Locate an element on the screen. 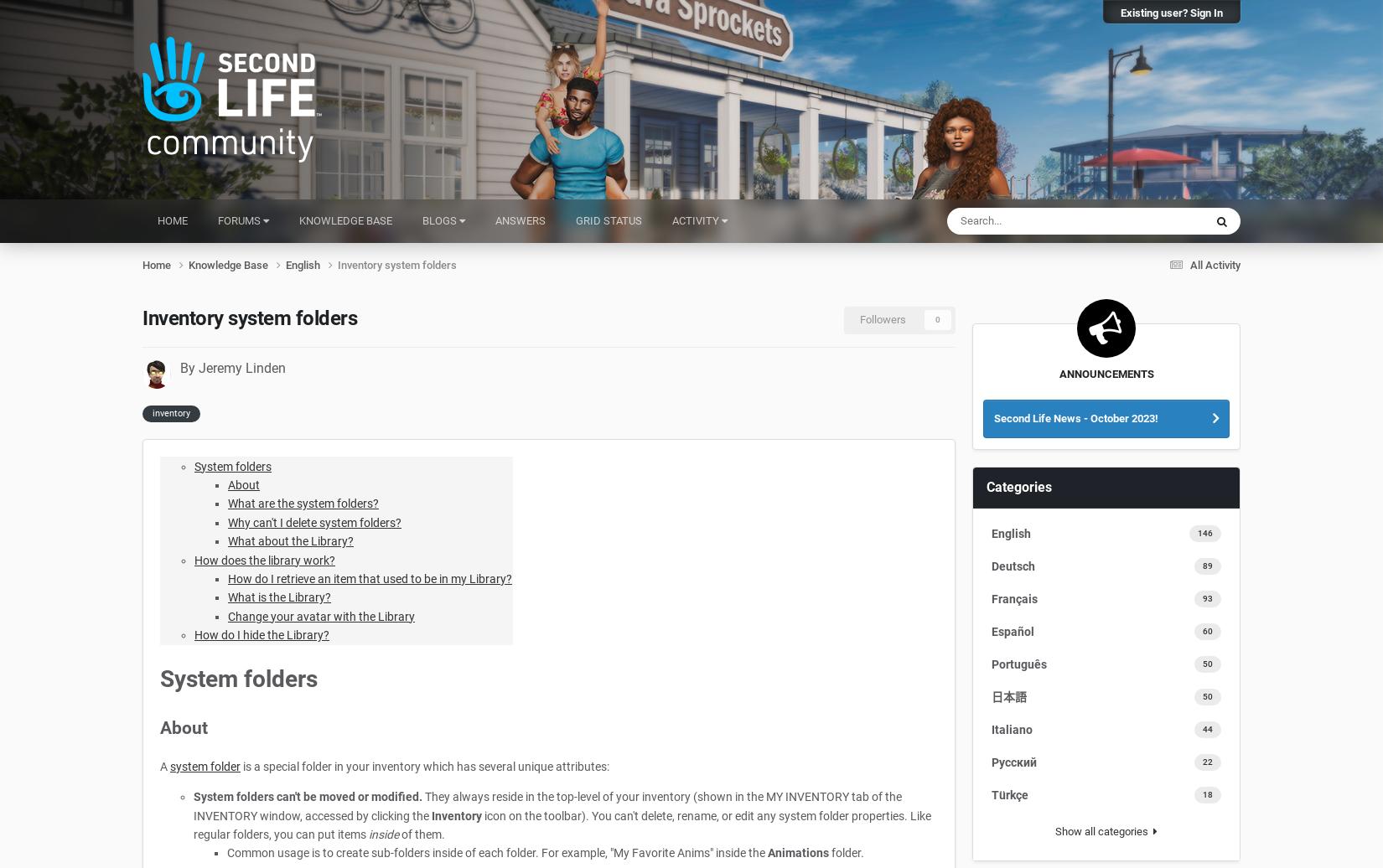 Image resolution: width=1383 pixels, height=868 pixels. 'Announcements' is located at coordinates (1105, 373).